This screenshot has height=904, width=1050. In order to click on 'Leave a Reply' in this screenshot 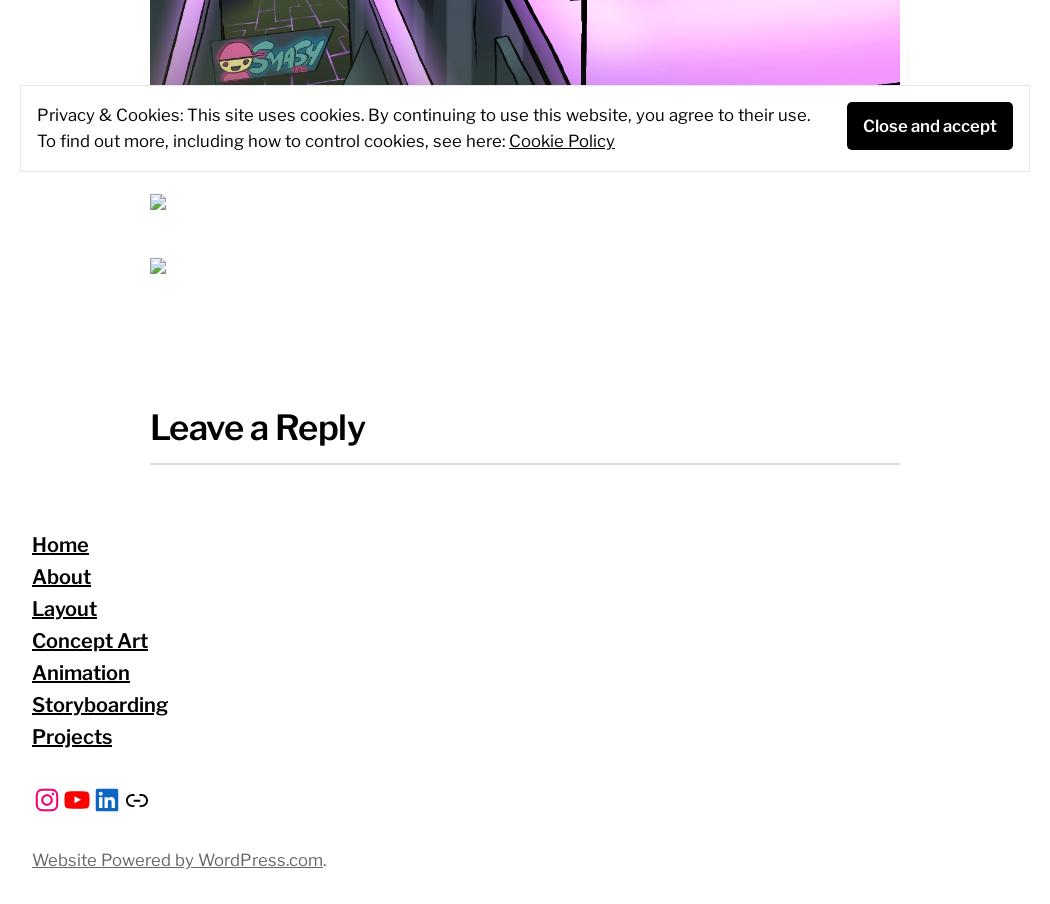, I will do `click(257, 426)`.